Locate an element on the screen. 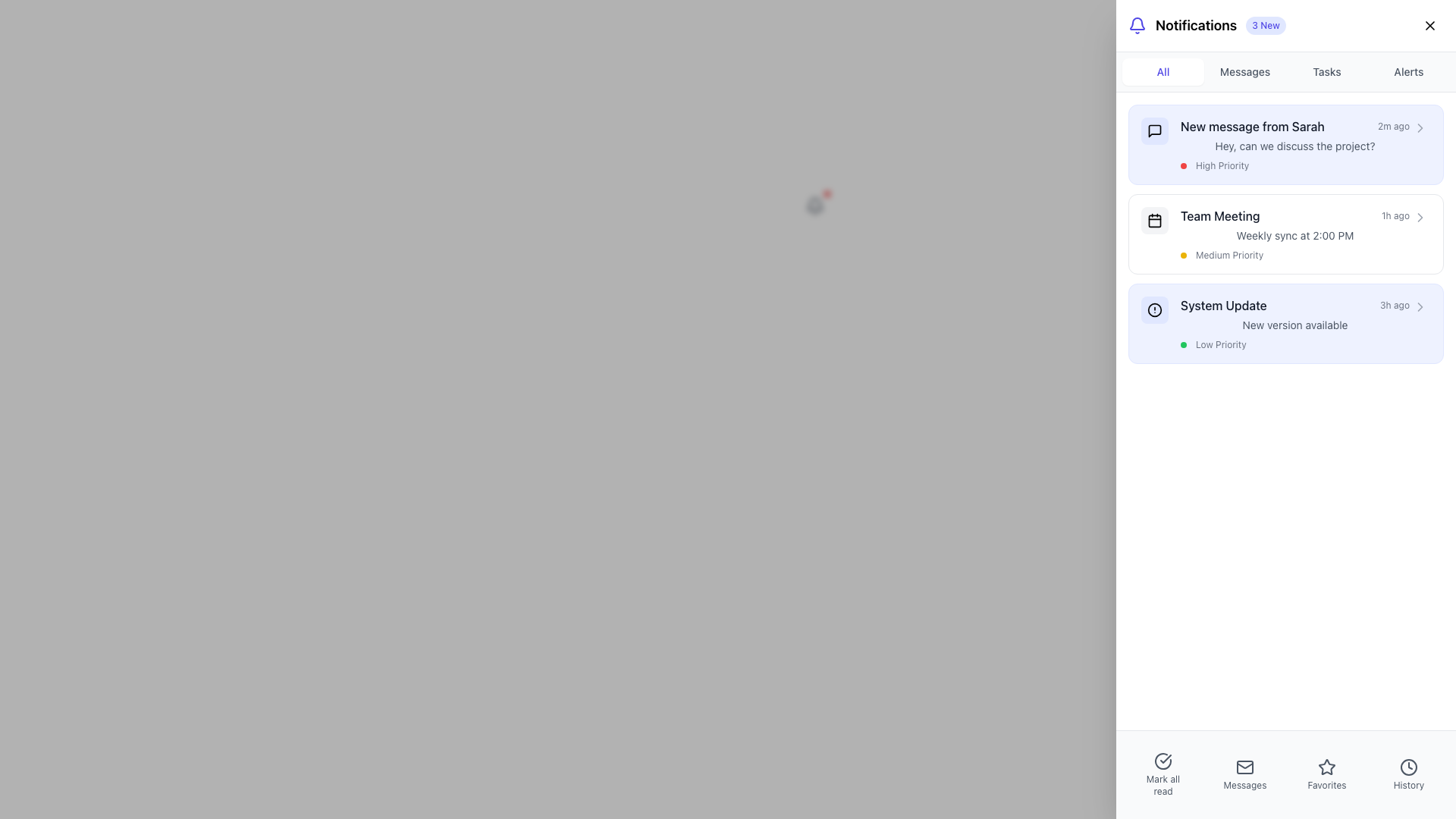 This screenshot has width=1456, height=819. the title text label of the notification card located in the third position of the vertical list, which is aligned left-center and adjacent to the timestamp '3h ago' is located at coordinates (1223, 305).